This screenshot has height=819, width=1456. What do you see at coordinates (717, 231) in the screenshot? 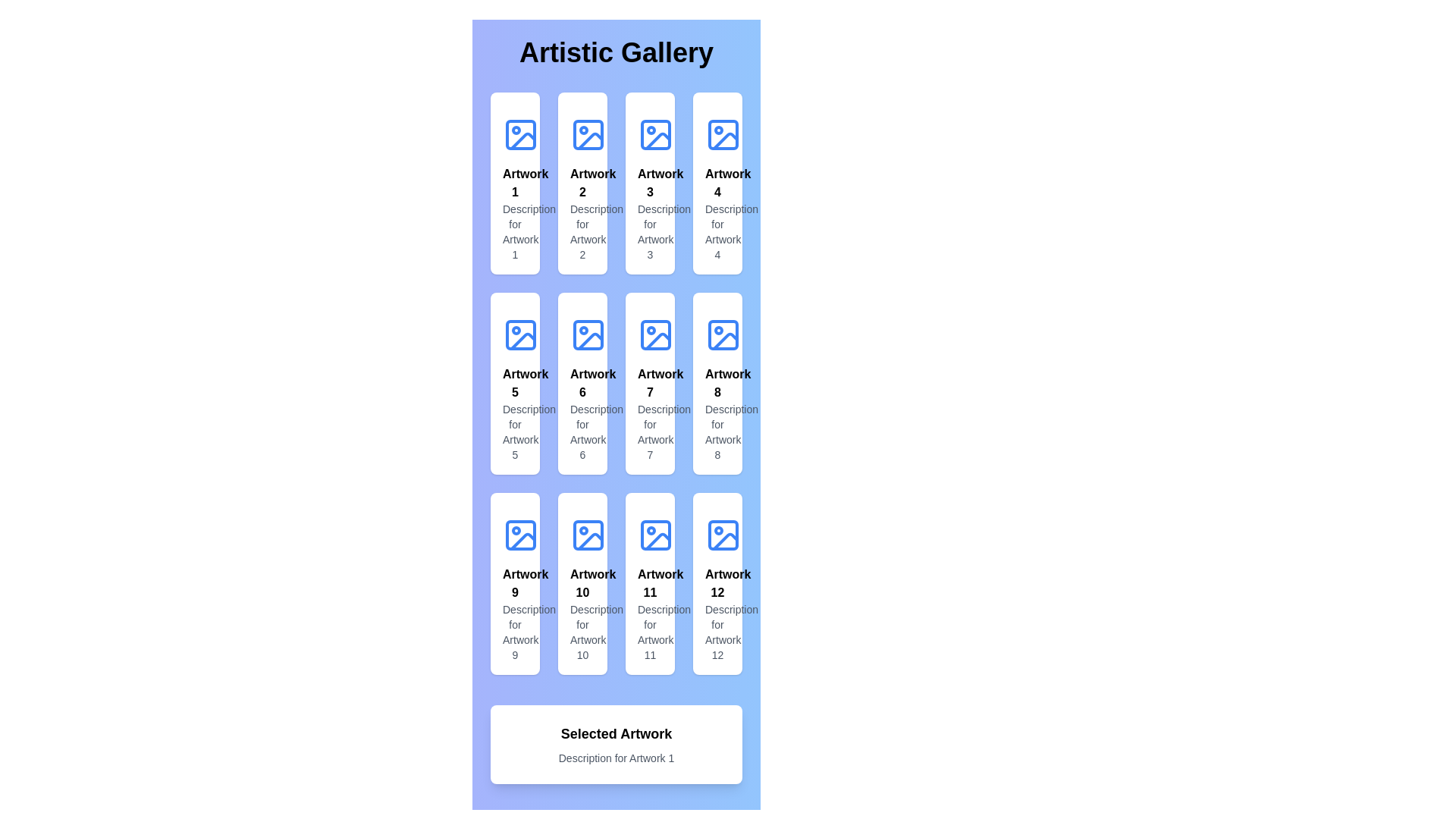
I see `the text block displaying 'Description for Artwork 4' located in the top-right corner of the visible grid of artworks` at bounding box center [717, 231].